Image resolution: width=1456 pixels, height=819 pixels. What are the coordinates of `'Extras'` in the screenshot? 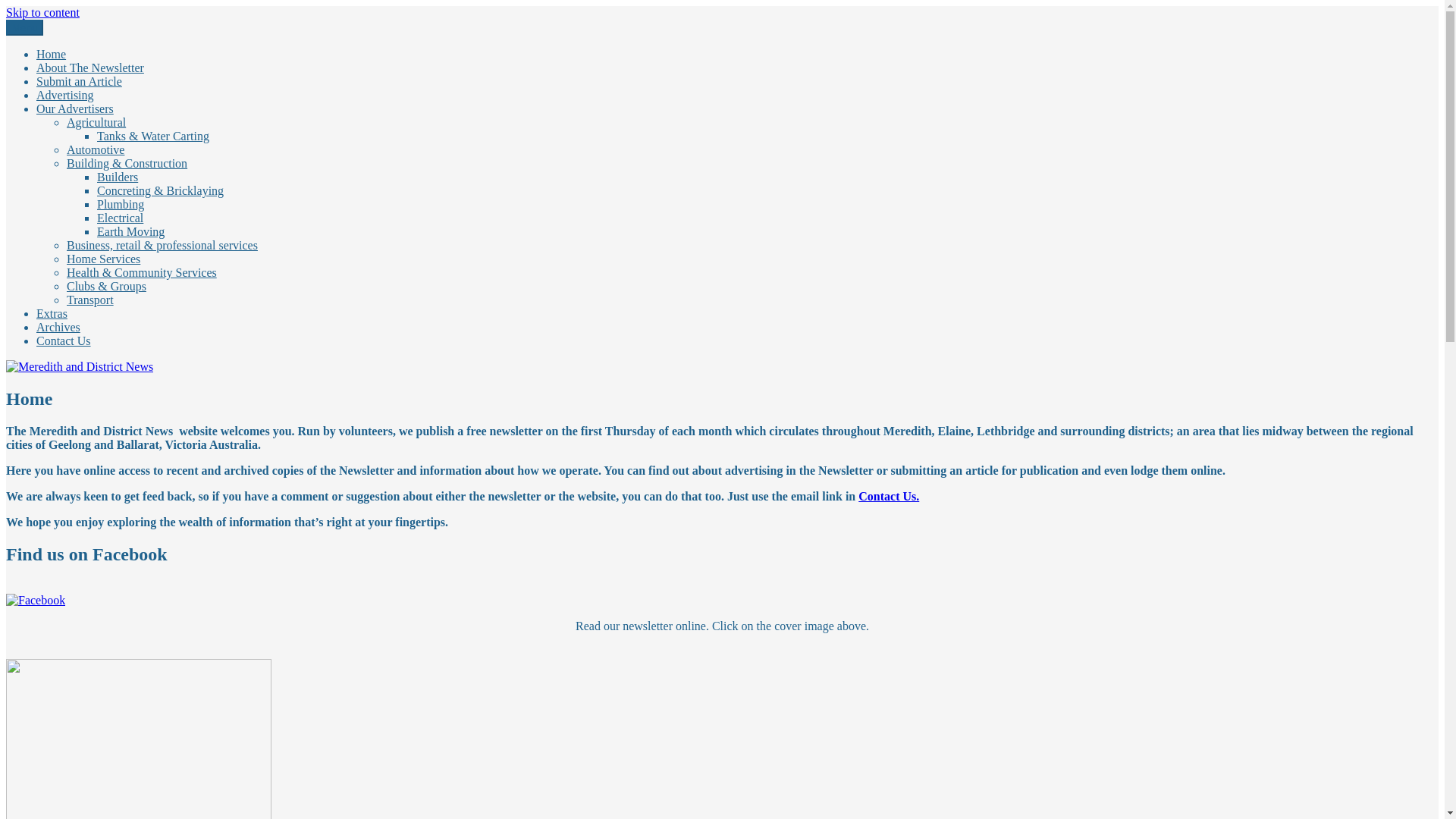 It's located at (52, 312).